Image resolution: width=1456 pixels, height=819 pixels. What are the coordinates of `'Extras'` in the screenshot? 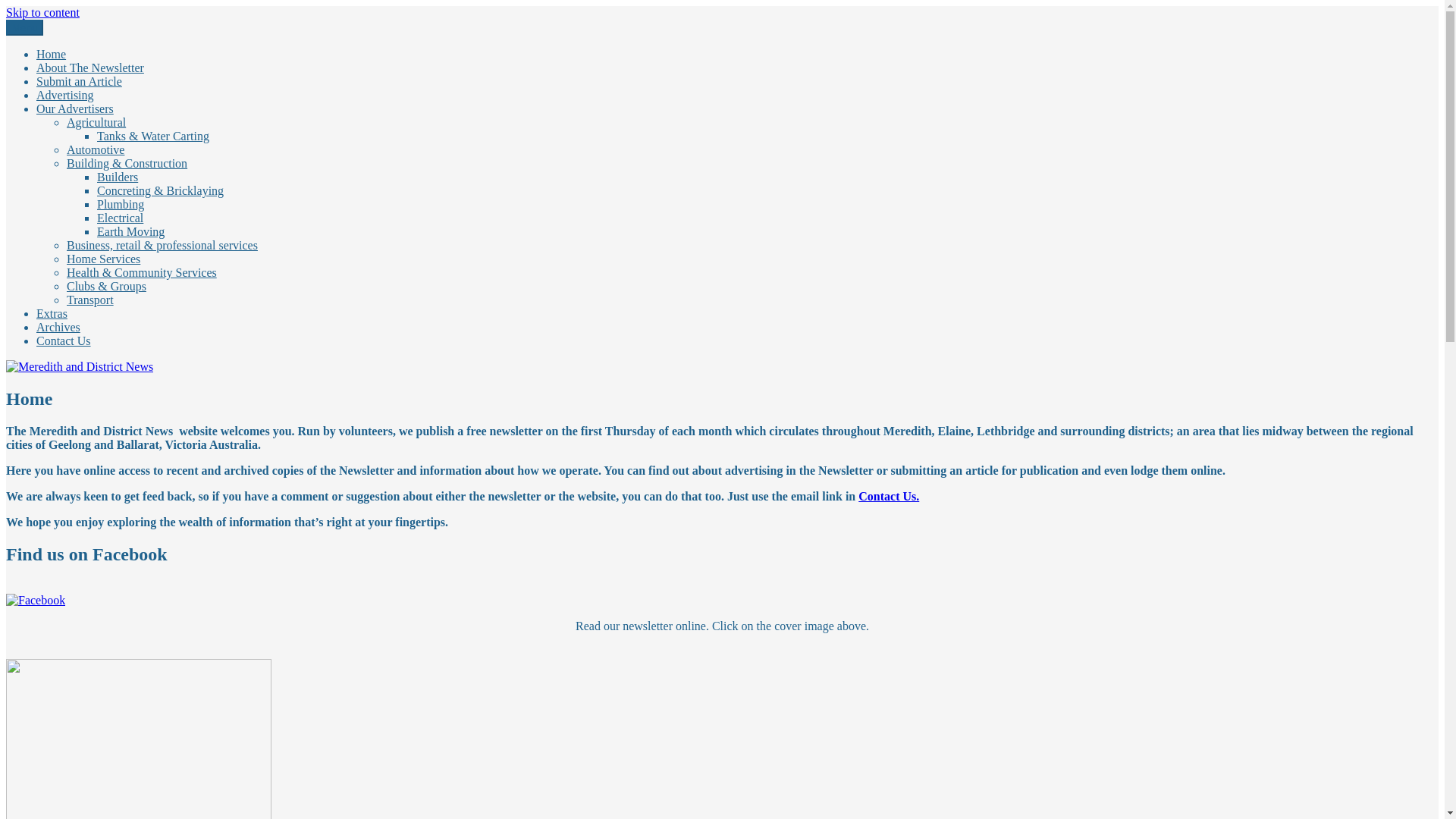 It's located at (52, 312).